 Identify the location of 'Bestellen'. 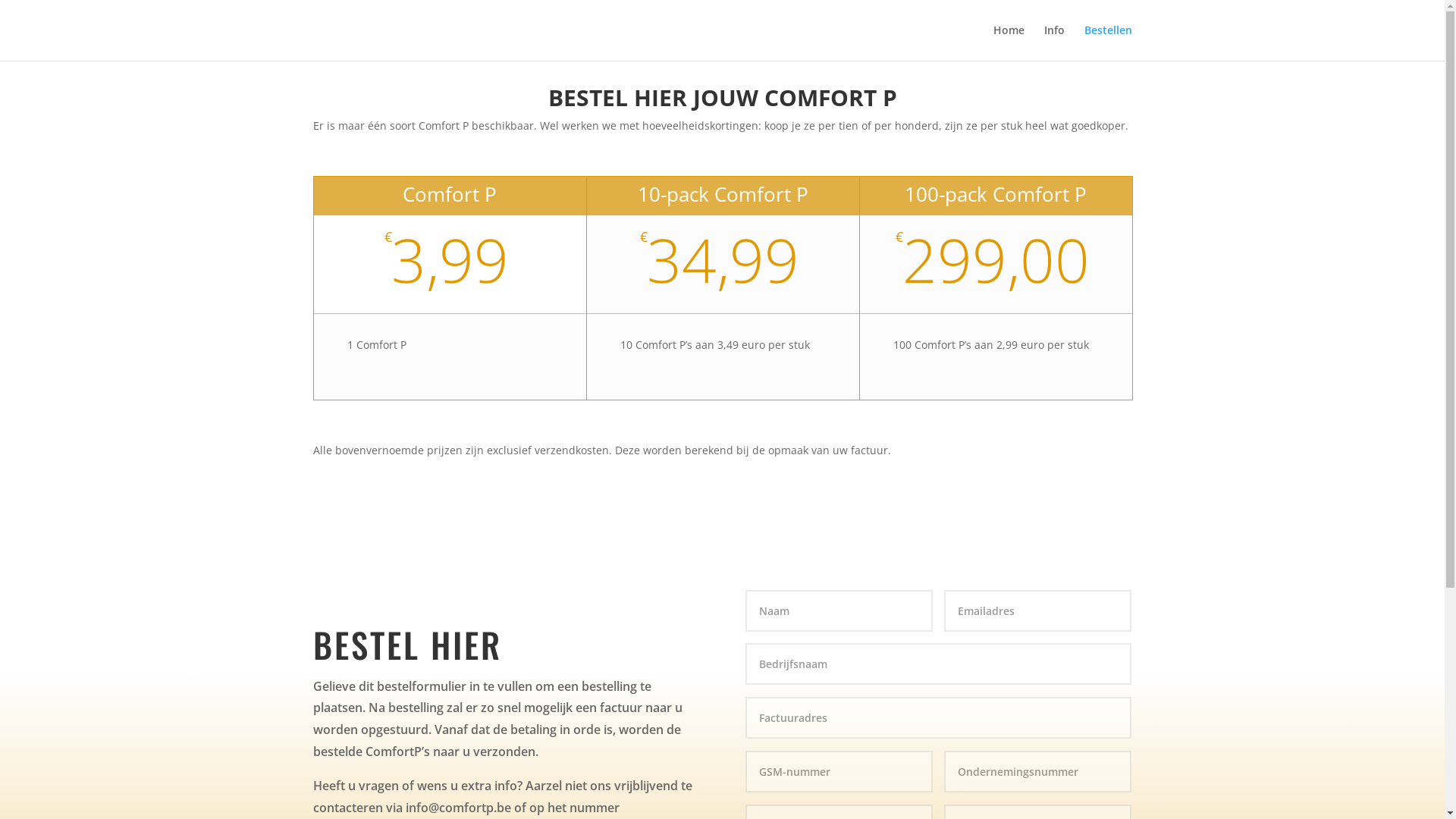
(1084, 42).